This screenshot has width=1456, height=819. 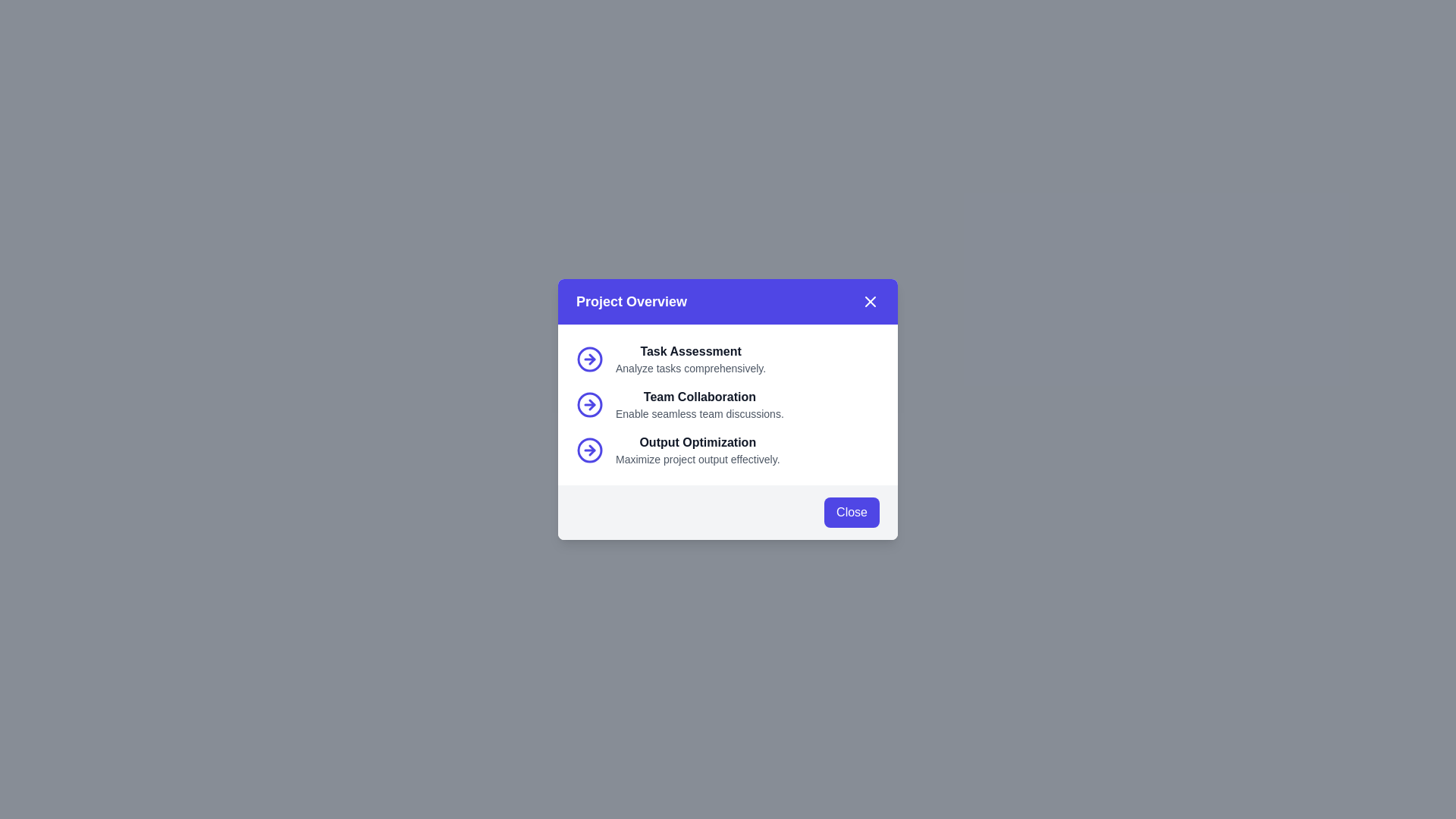 What do you see at coordinates (588, 359) in the screenshot?
I see `the circular icon with a blue outline, which is located inside a larger circular icon to the left of the text 'Task Assessment' in the 'Project Overview' dialog box` at bounding box center [588, 359].